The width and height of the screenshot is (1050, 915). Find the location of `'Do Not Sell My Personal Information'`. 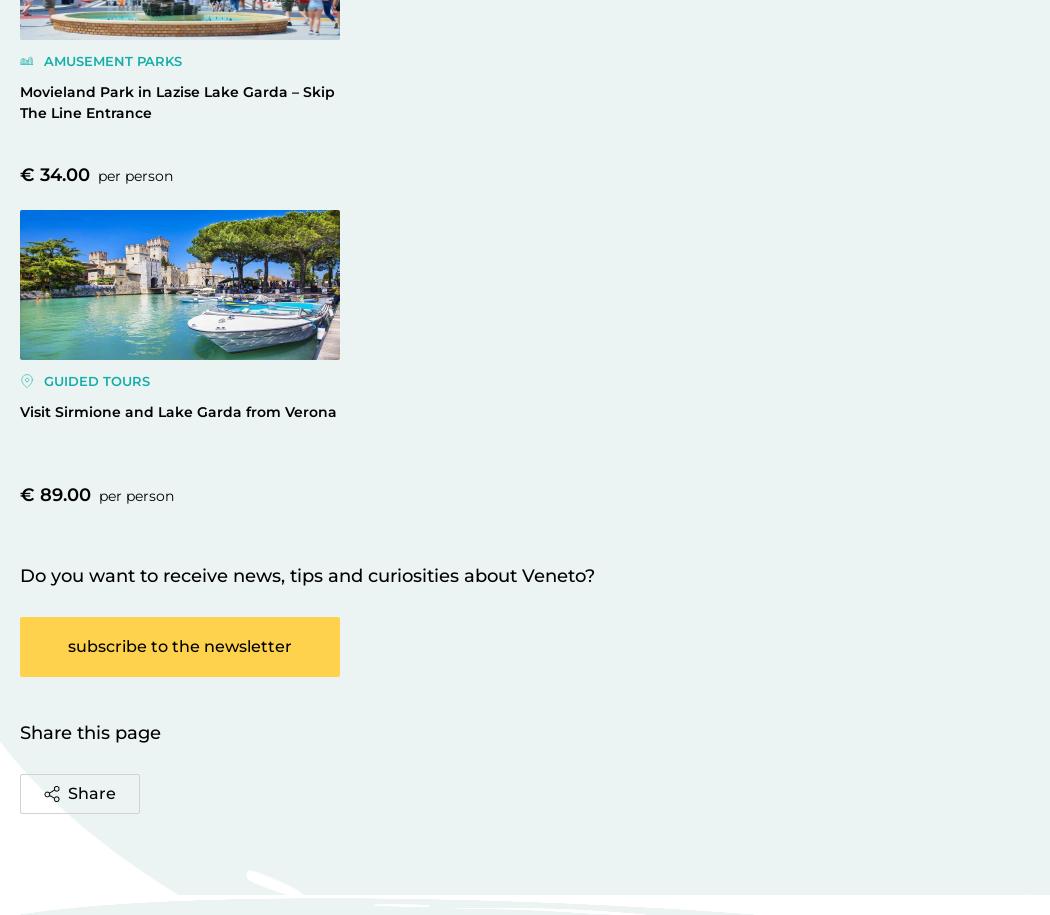

'Do Not Sell My Personal Information' is located at coordinates (661, 8).